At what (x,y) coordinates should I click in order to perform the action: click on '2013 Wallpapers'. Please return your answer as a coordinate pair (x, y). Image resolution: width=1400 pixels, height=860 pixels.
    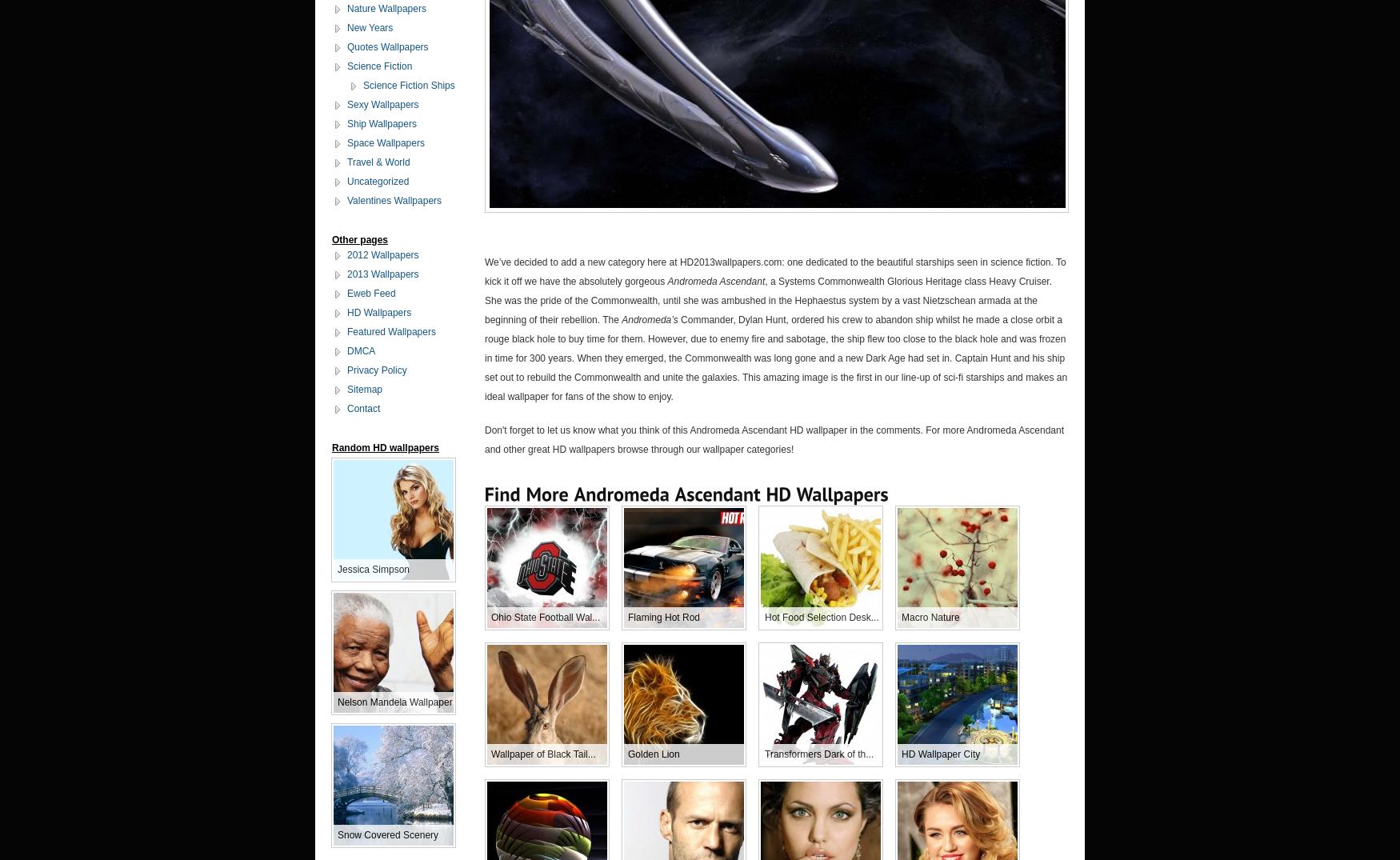
    Looking at the image, I should click on (382, 274).